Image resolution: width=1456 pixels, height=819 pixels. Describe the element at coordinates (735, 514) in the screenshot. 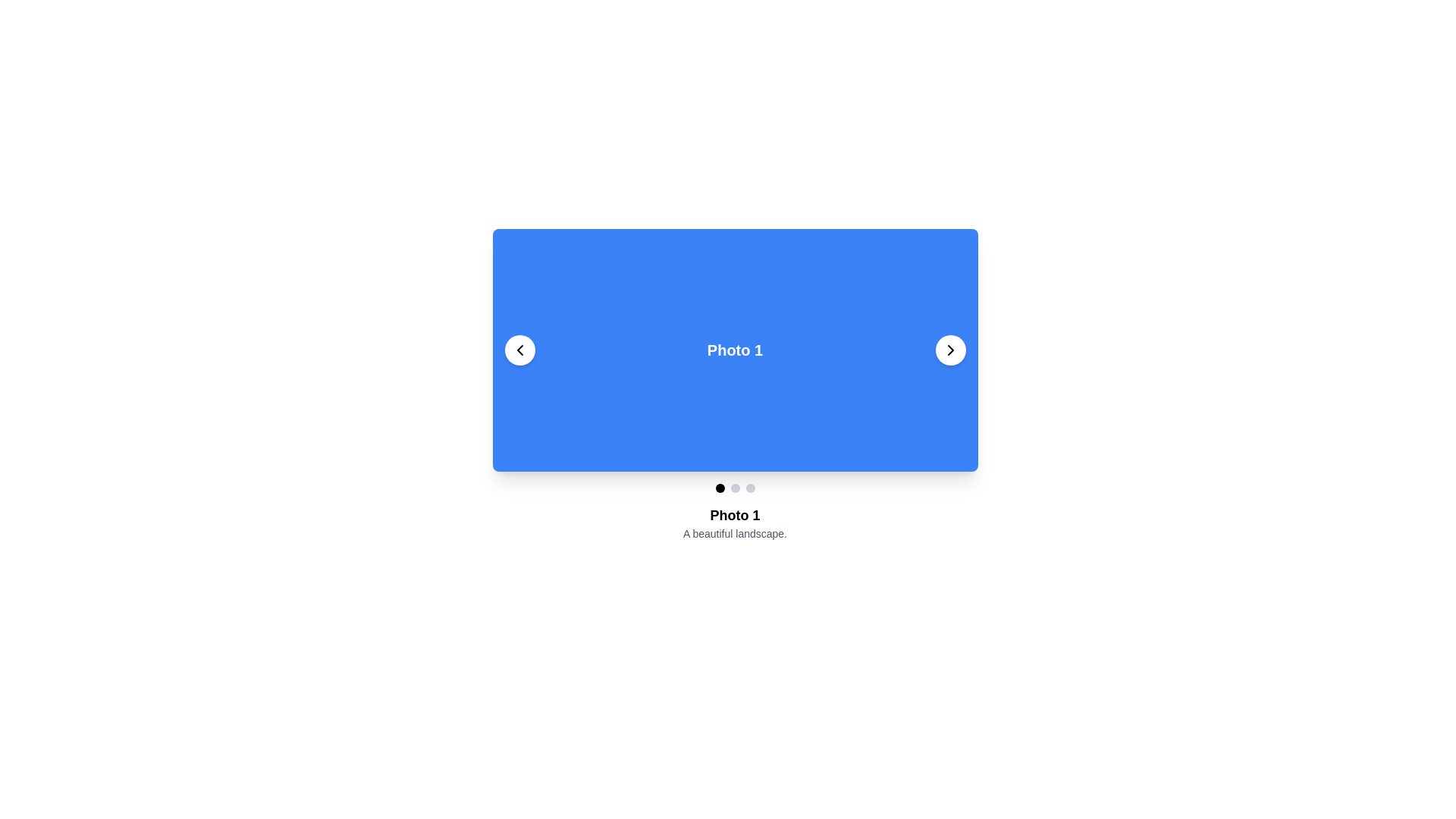

I see `text label displaying 'Photo 1' that serves as the title for the photo in the carousel above` at that location.